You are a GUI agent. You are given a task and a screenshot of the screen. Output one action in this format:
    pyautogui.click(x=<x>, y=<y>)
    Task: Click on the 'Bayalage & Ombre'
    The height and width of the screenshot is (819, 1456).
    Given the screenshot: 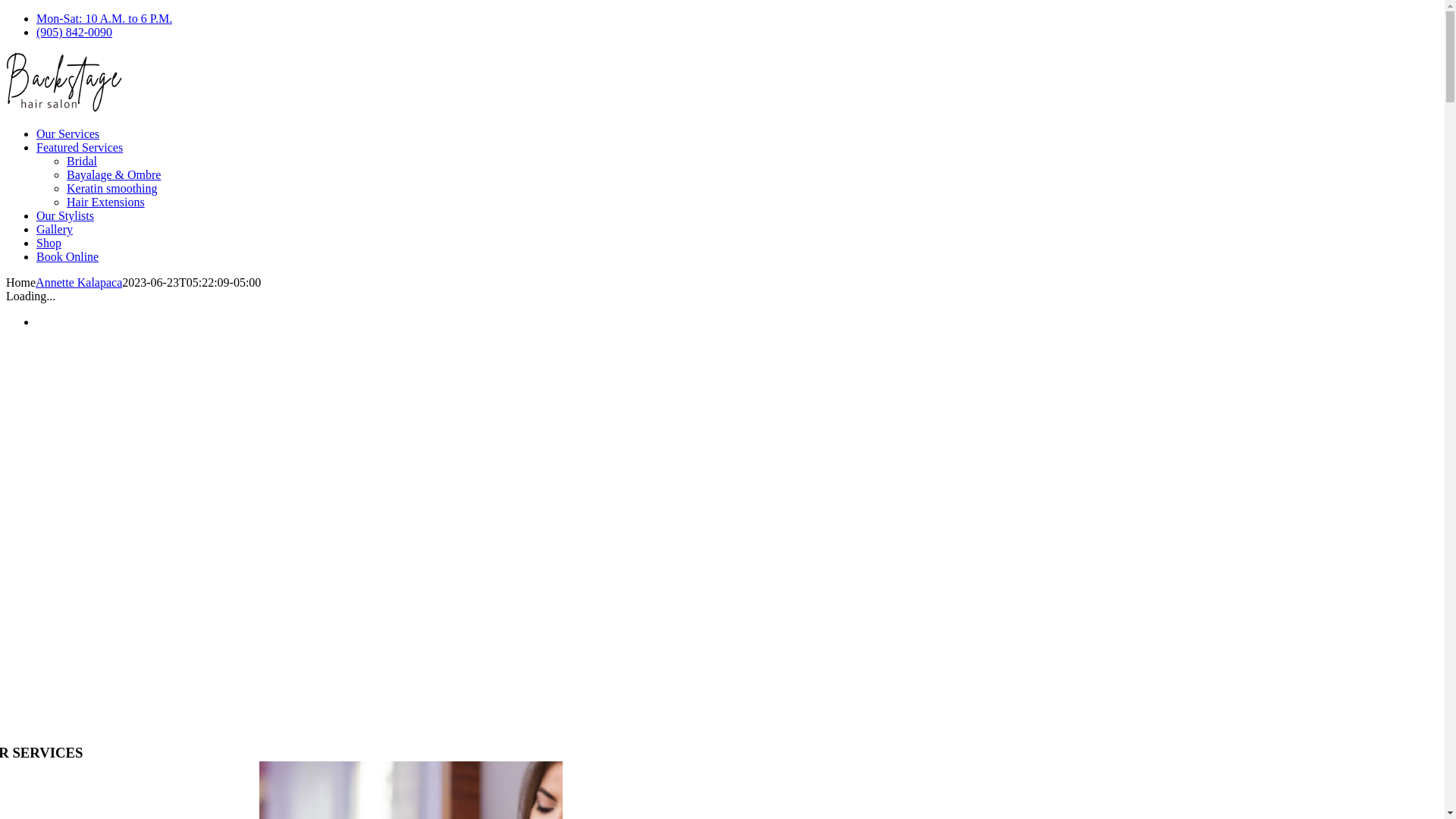 What is the action you would take?
    pyautogui.click(x=112, y=174)
    